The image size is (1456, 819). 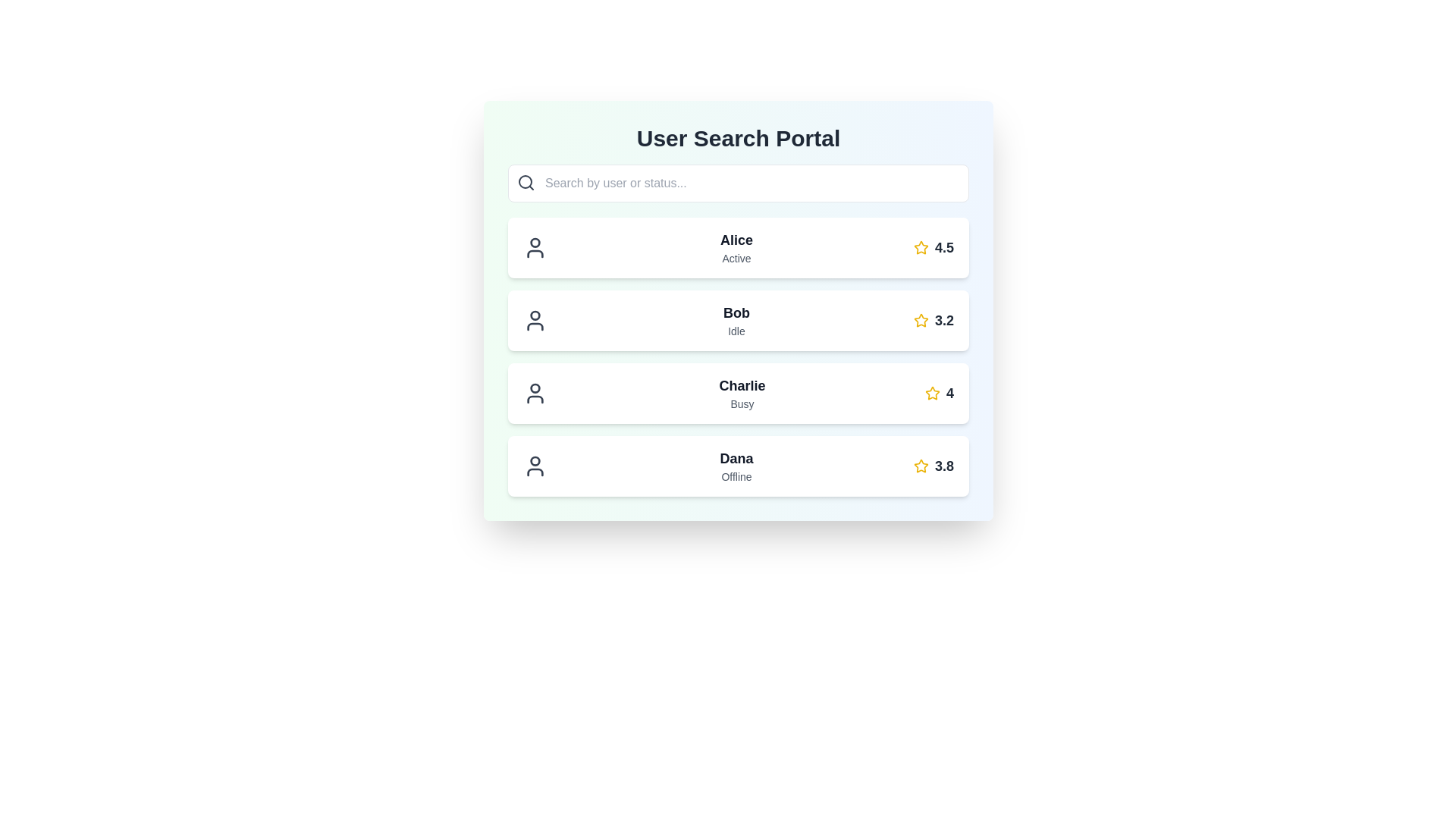 I want to click on the text label indicating the name of the corresponding user in the third row of the user list, so click(x=742, y=385).